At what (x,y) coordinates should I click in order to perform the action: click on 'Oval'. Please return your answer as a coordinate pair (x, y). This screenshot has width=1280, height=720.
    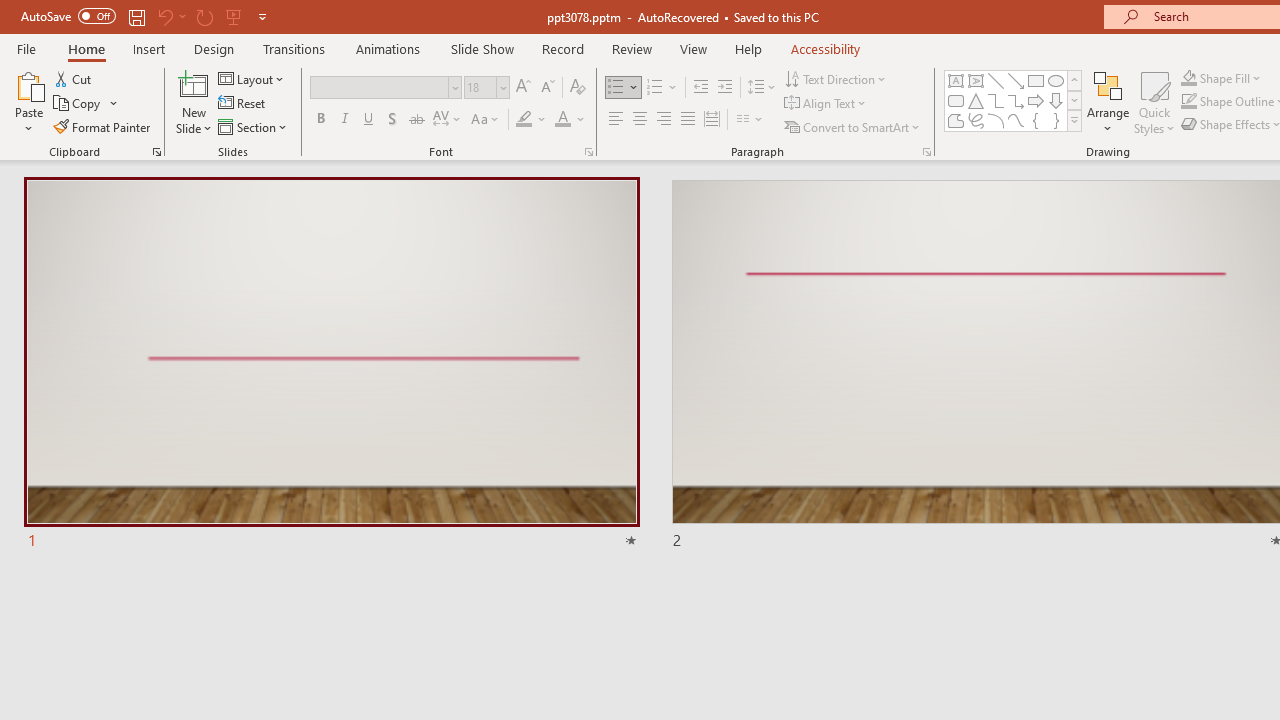
    Looking at the image, I should click on (1055, 80).